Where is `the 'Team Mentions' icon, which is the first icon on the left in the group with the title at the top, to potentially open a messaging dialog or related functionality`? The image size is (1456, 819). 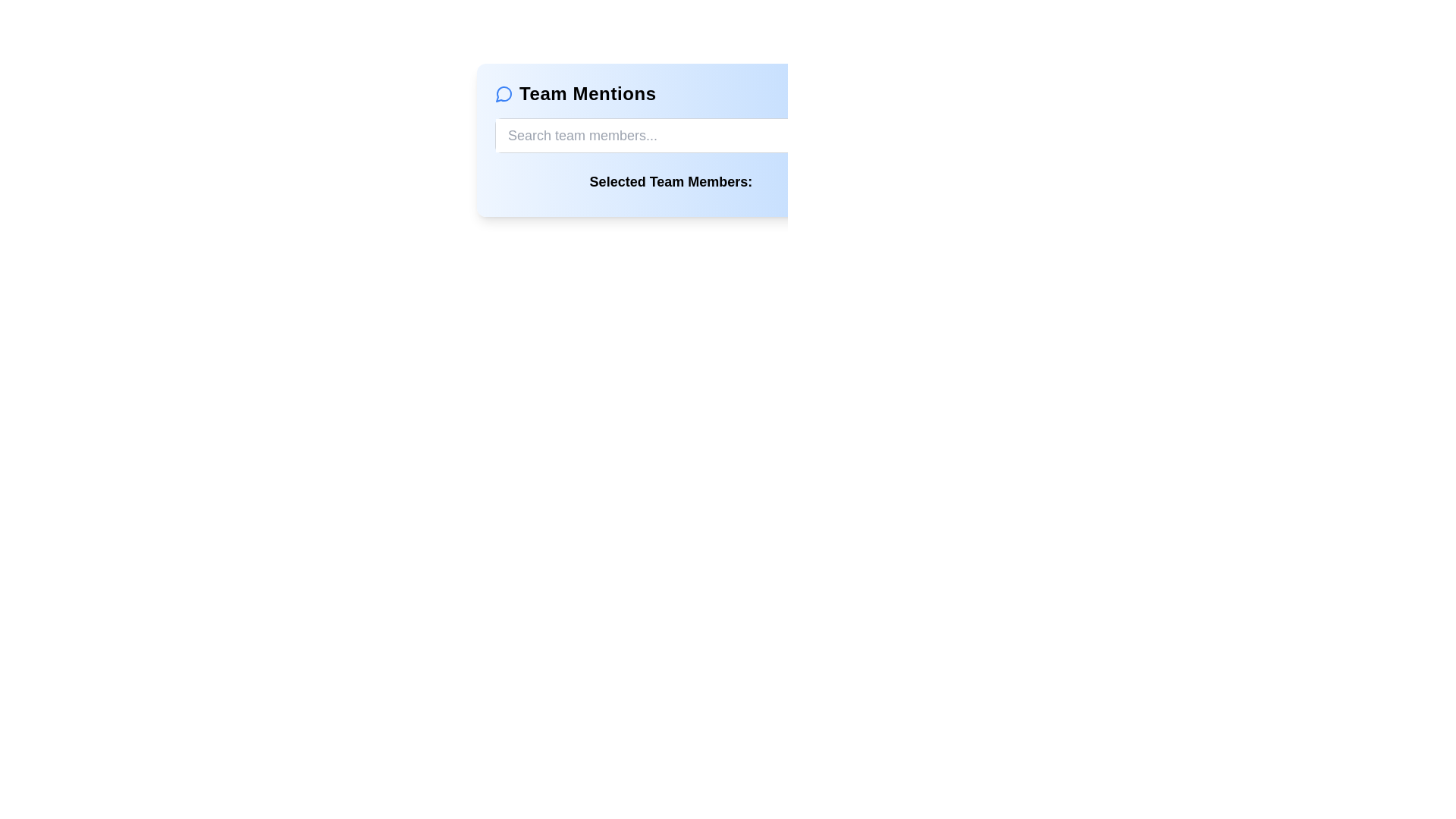 the 'Team Mentions' icon, which is the first icon on the left in the group with the title at the top, to potentially open a messaging dialog or related functionality is located at coordinates (504, 93).